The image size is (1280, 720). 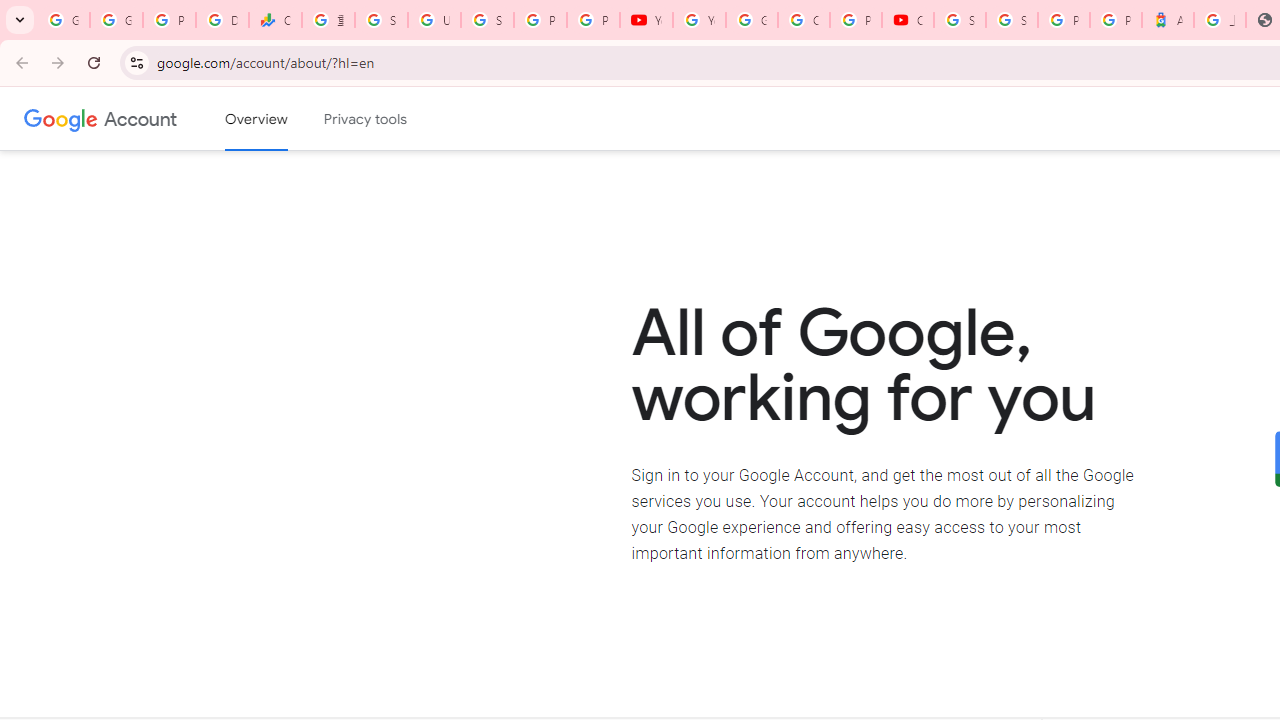 What do you see at coordinates (63, 20) in the screenshot?
I see `'Google Workspace Admin Community'` at bounding box center [63, 20].